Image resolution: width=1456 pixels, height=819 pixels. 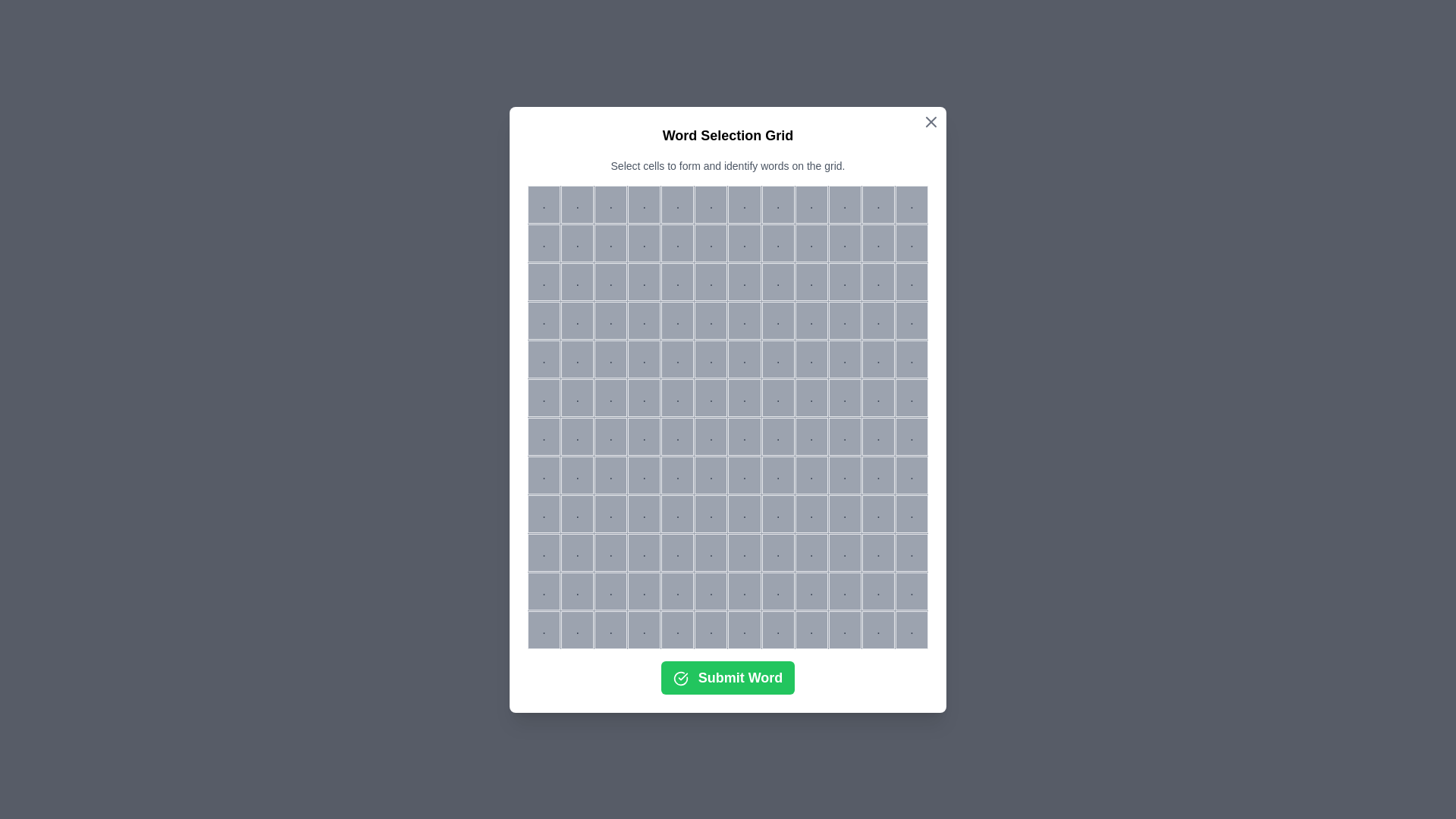 I want to click on the 'Submit Word' button to submit the selected cells as a word, so click(x=728, y=676).